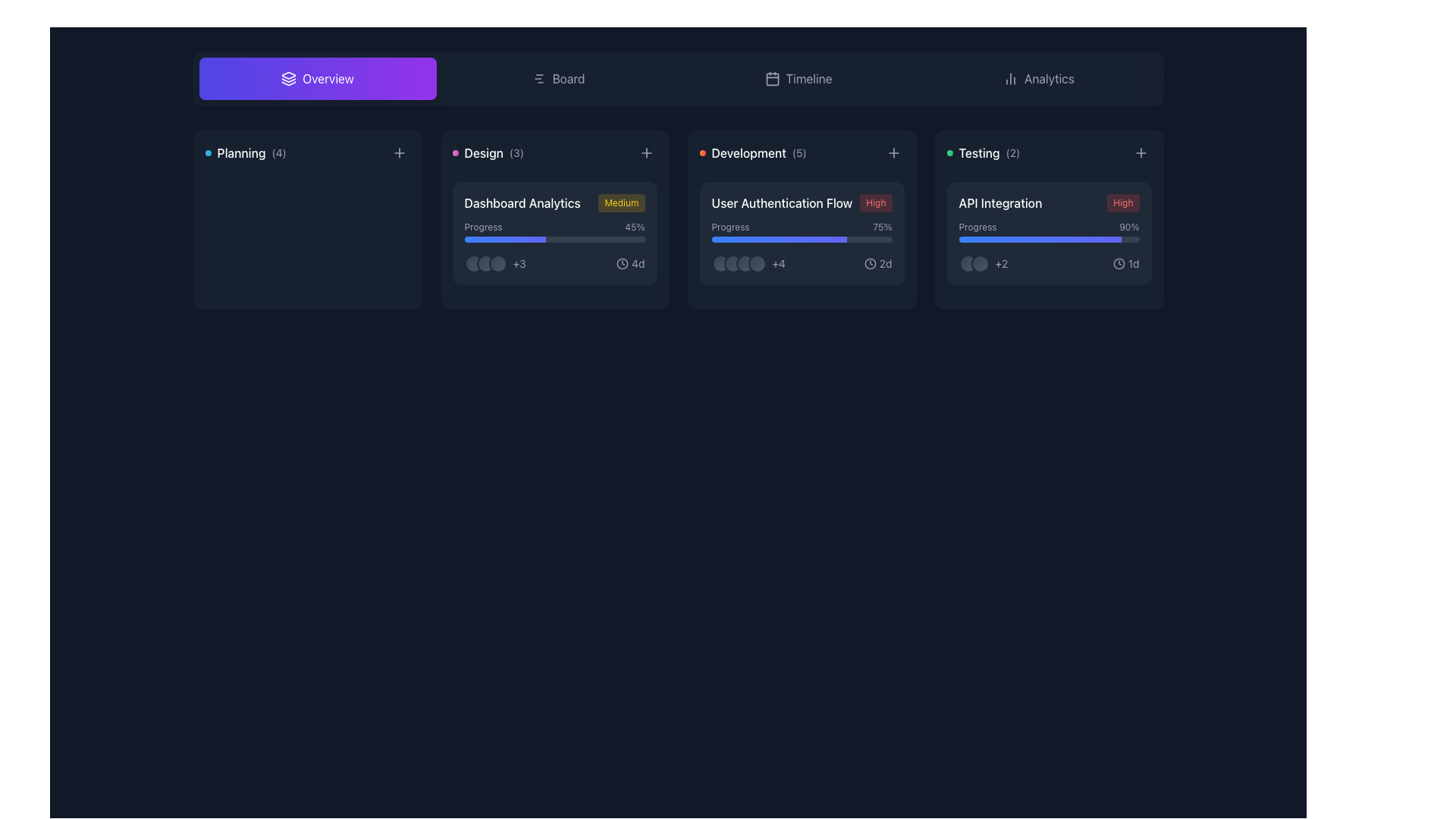 The width and height of the screenshot is (1456, 819). Describe the element at coordinates (289, 79) in the screenshot. I see `the icon resembling stacked layers located in the 'Overview' button, which is visually represented in white against a purple gradient background` at that location.